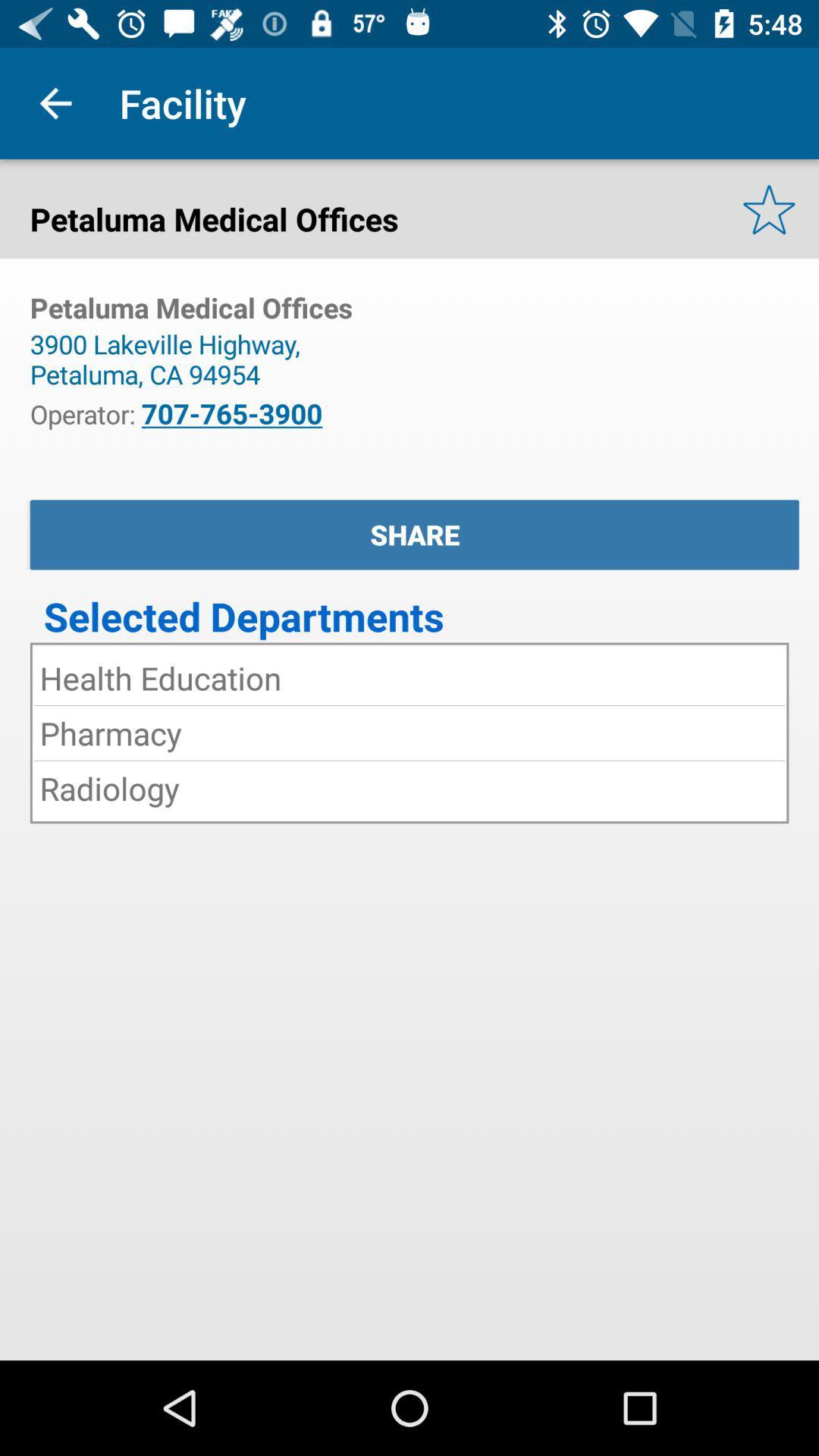  Describe the element at coordinates (769, 208) in the screenshot. I see `the star icon` at that location.